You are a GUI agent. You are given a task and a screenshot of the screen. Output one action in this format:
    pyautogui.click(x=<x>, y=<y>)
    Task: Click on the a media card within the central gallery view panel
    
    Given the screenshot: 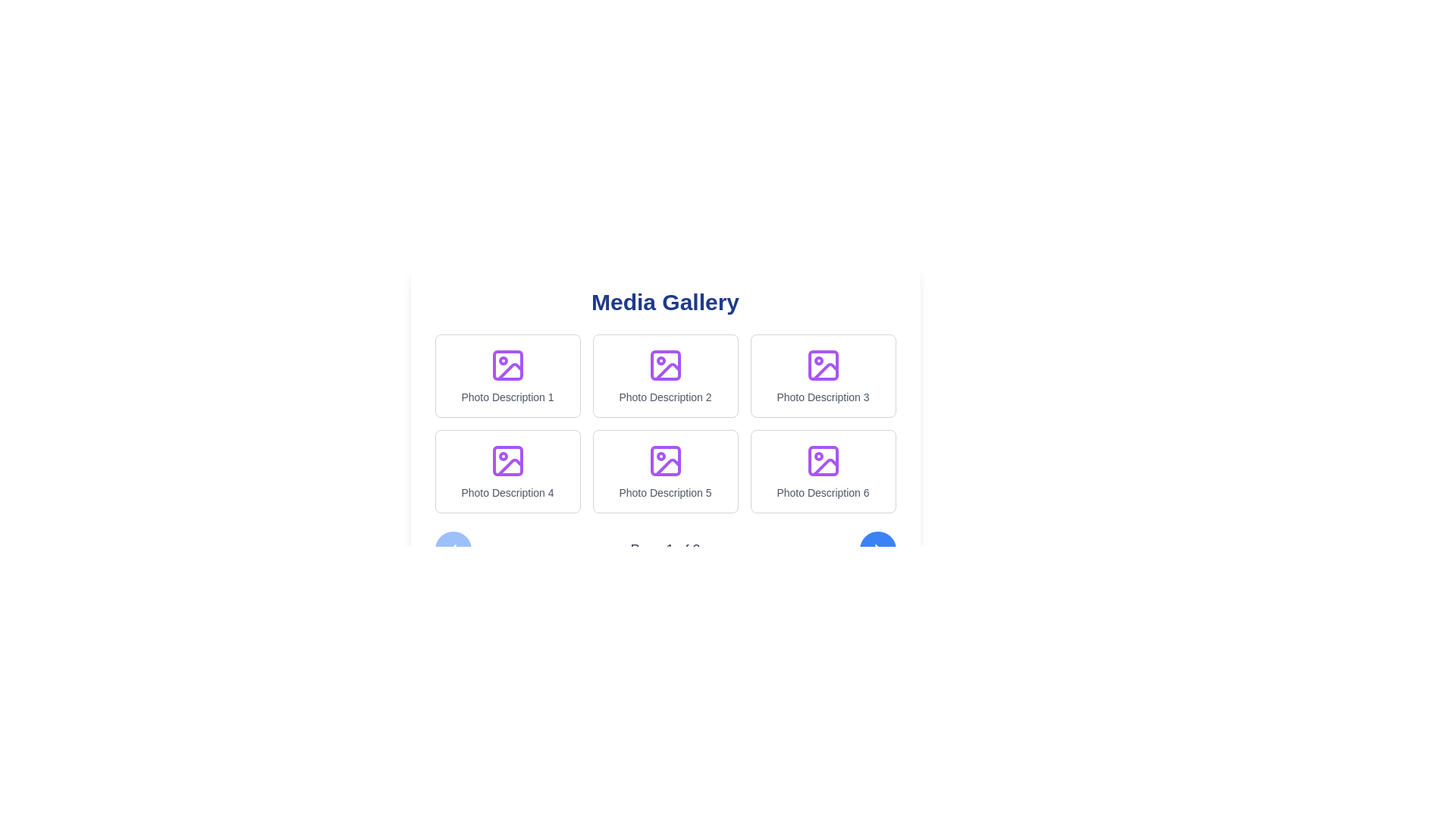 What is the action you would take?
    pyautogui.click(x=665, y=428)
    